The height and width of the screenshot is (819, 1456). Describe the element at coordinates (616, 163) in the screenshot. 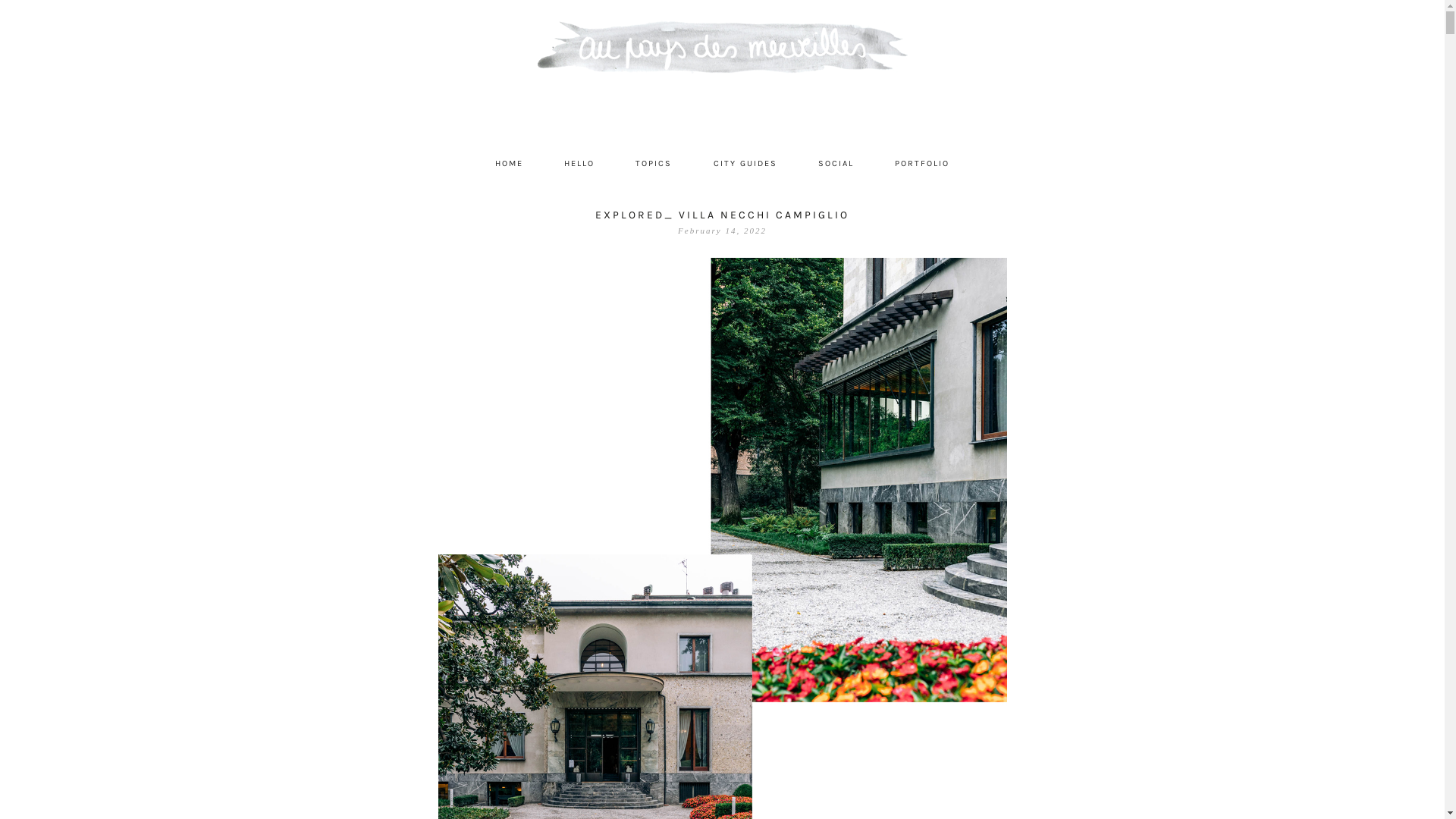

I see `'TOPICS'` at that location.